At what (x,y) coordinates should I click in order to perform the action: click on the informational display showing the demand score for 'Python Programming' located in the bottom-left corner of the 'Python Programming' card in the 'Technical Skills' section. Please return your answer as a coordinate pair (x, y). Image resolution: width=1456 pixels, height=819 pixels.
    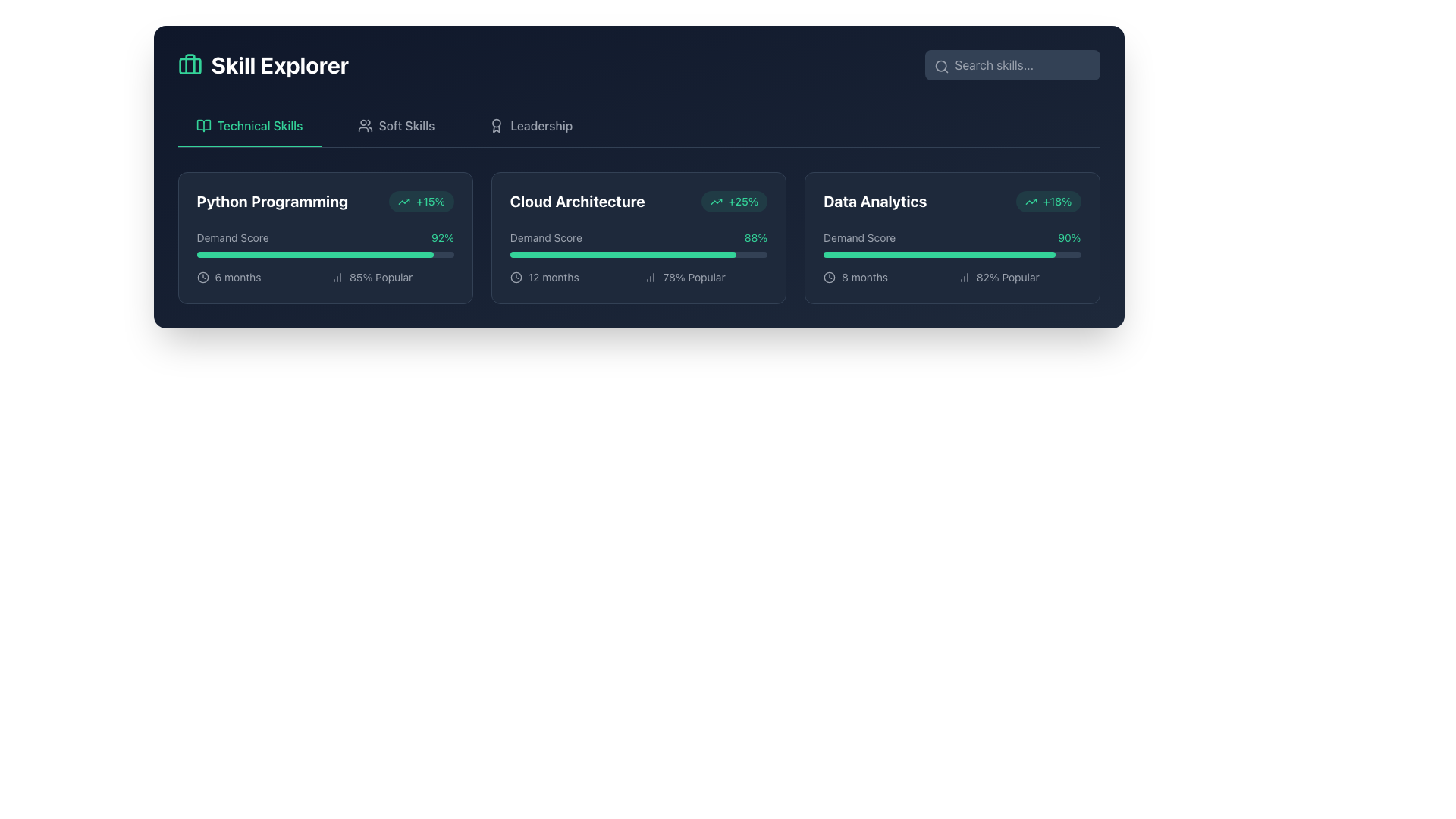
    Looking at the image, I should click on (325, 243).